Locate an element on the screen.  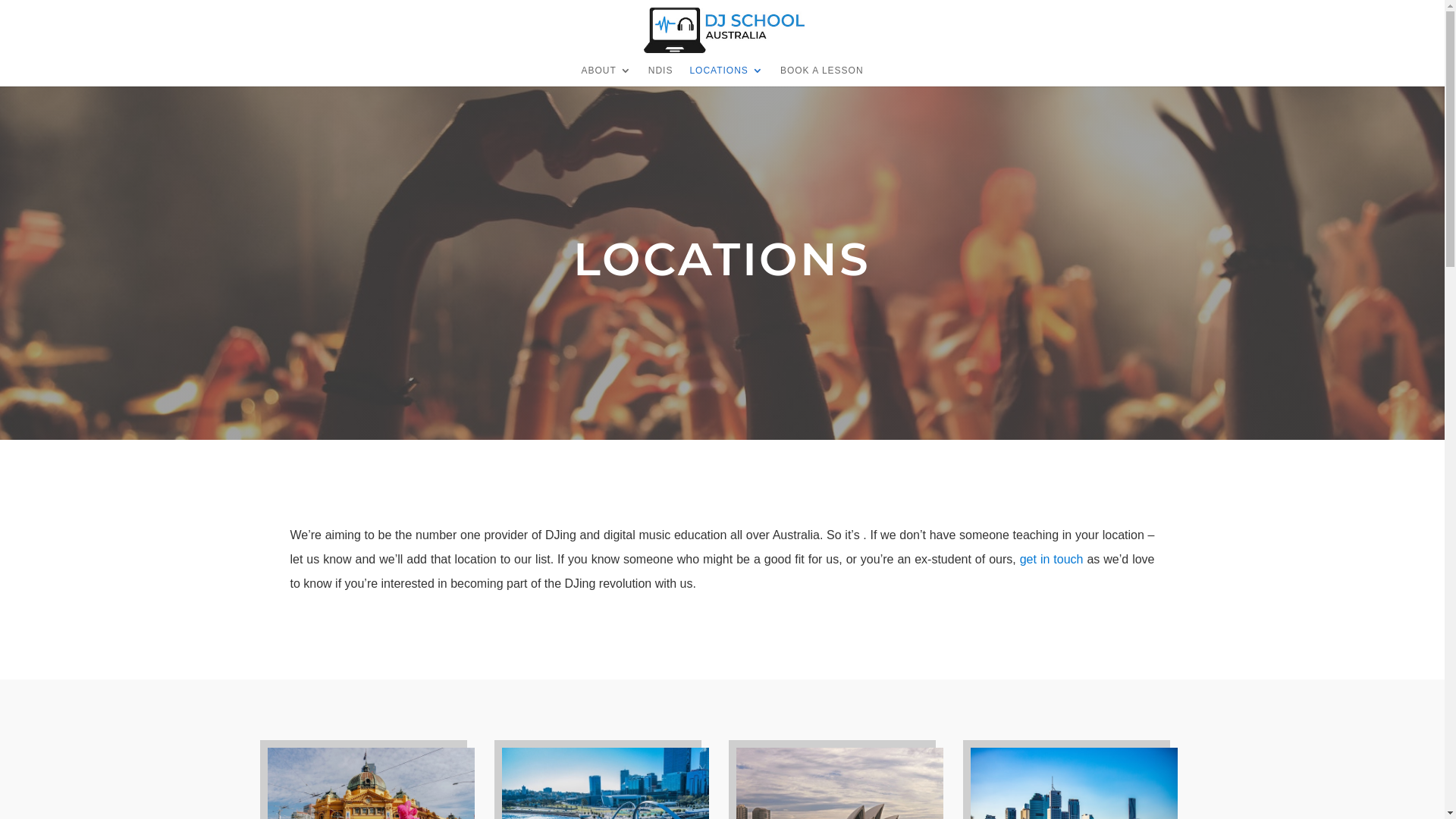
'ABOUT' is located at coordinates (604, 76).